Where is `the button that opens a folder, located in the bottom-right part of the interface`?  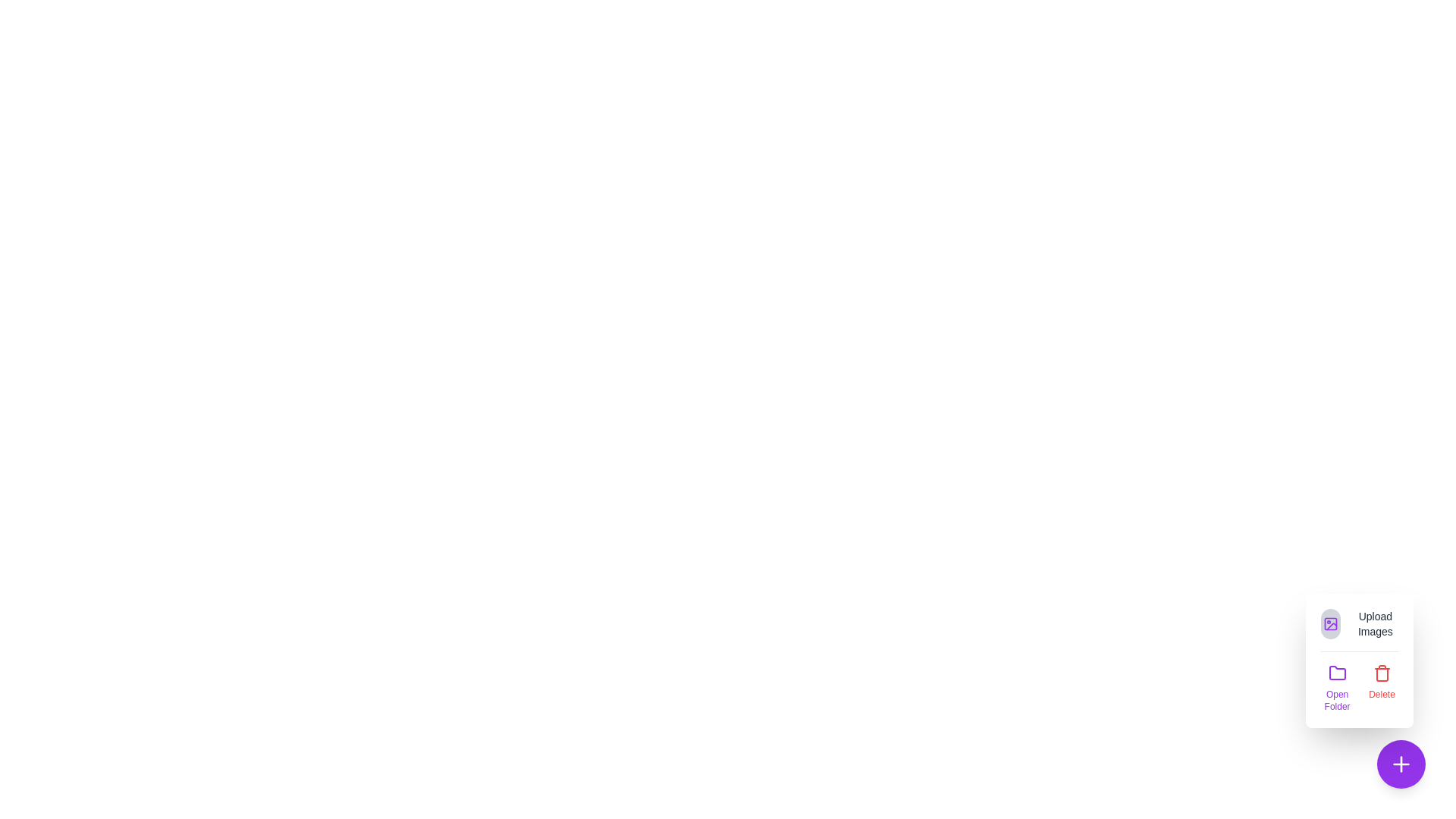 the button that opens a folder, located in the bottom-right part of the interface is located at coordinates (1337, 688).